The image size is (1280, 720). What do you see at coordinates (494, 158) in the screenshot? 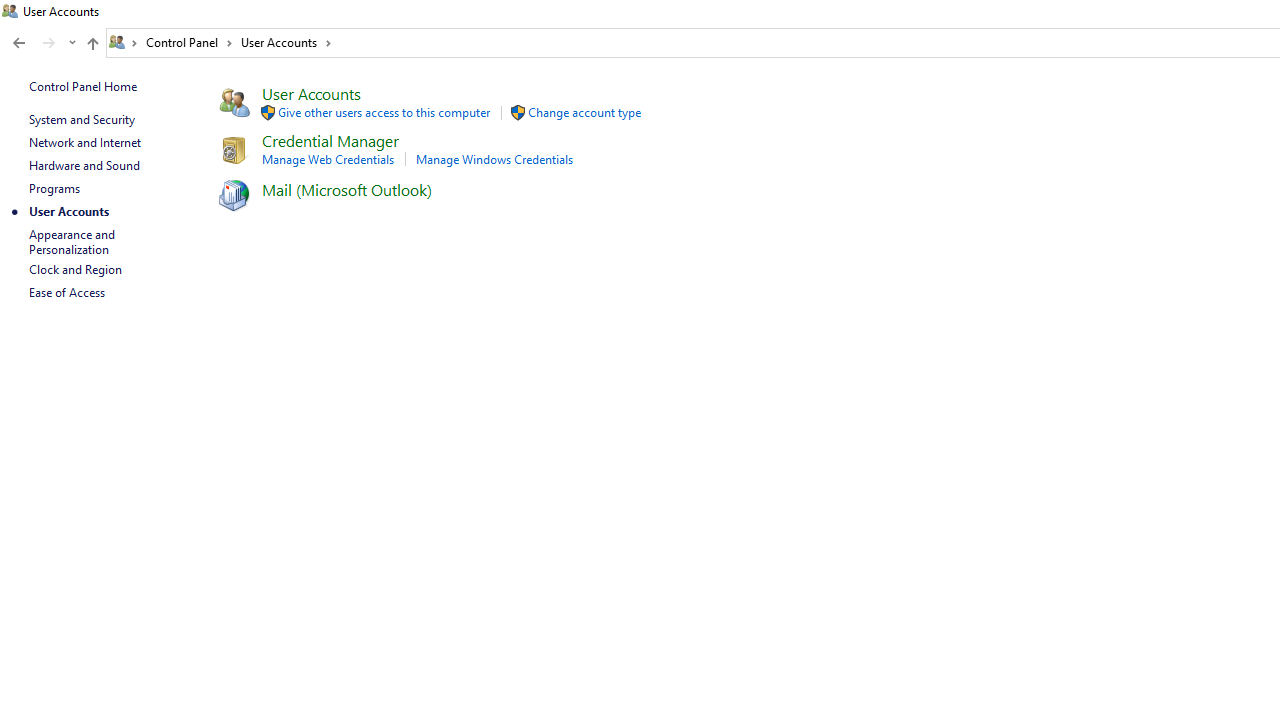
I see `'Manage Windows Credentials'` at bounding box center [494, 158].